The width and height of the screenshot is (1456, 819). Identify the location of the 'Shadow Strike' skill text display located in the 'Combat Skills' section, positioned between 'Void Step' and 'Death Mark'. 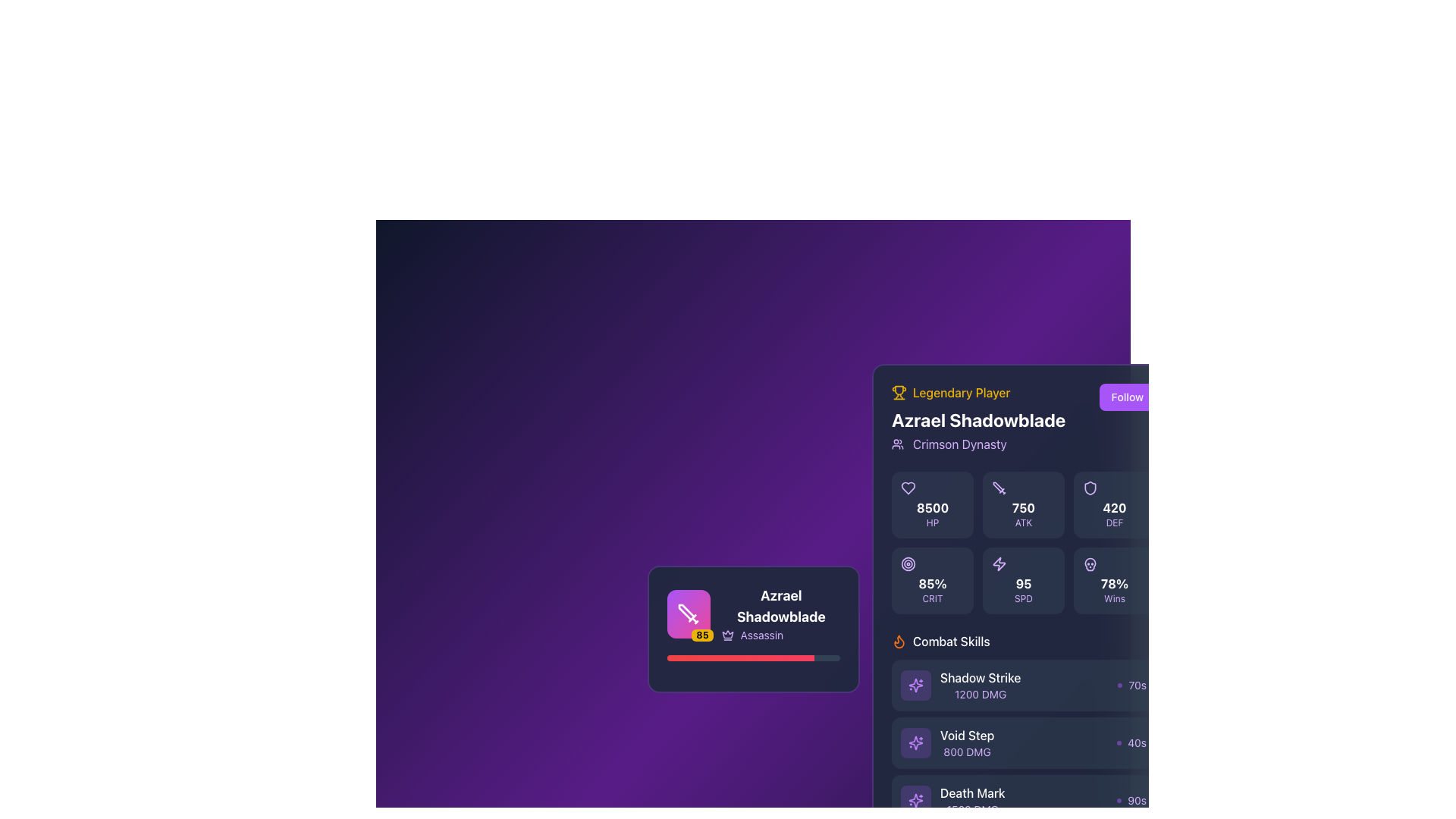
(980, 685).